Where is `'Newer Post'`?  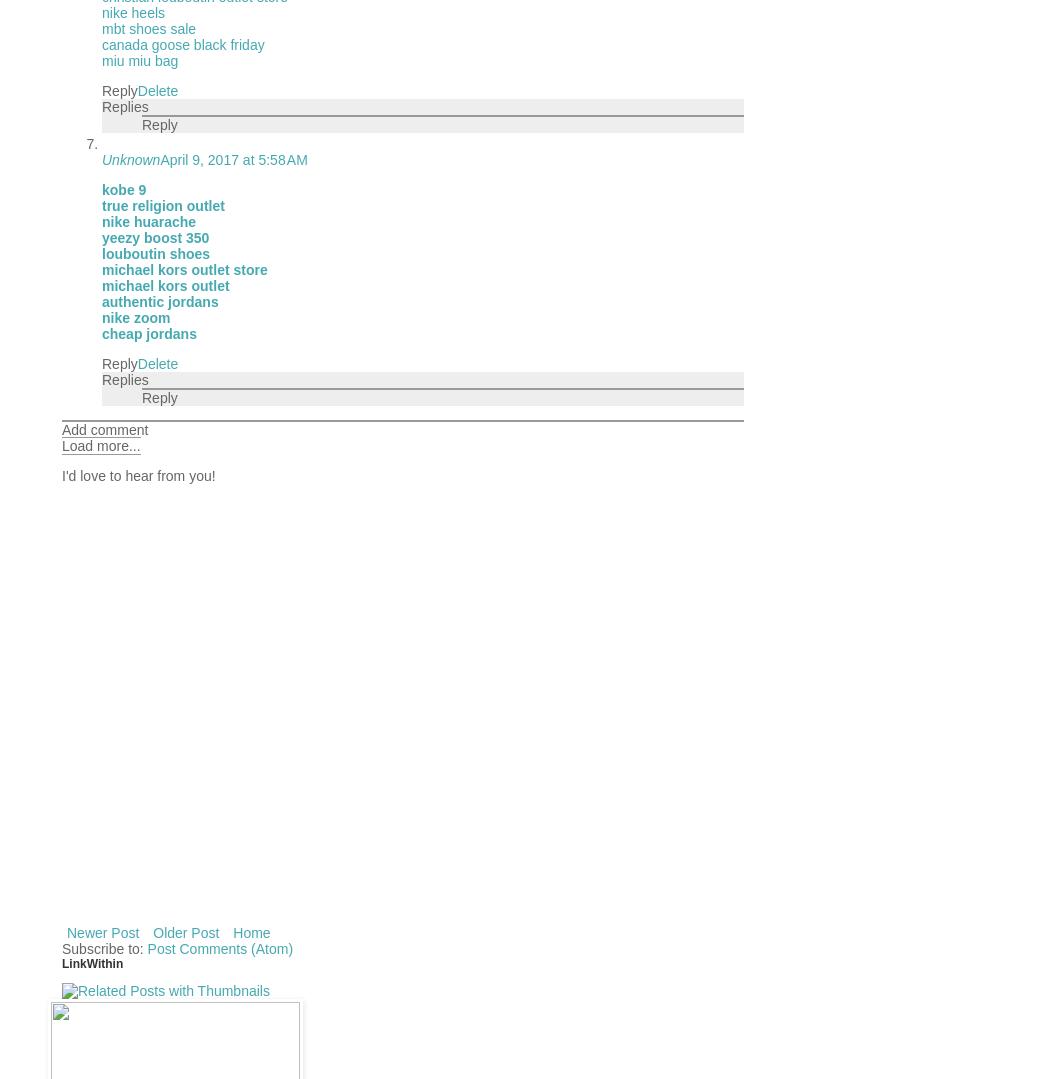 'Newer Post' is located at coordinates (102, 932).